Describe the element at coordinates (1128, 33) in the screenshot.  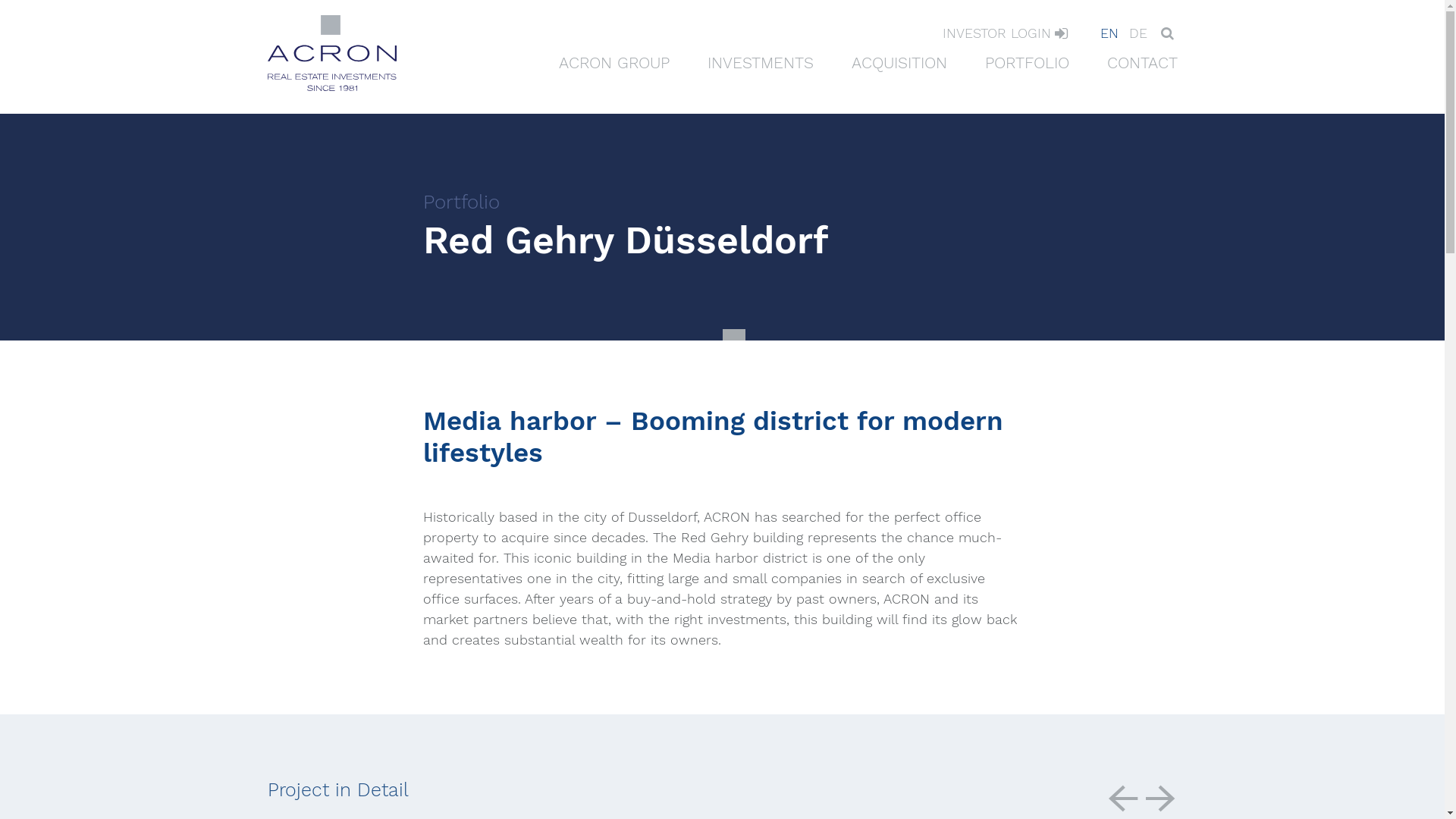
I see `'DE'` at that location.